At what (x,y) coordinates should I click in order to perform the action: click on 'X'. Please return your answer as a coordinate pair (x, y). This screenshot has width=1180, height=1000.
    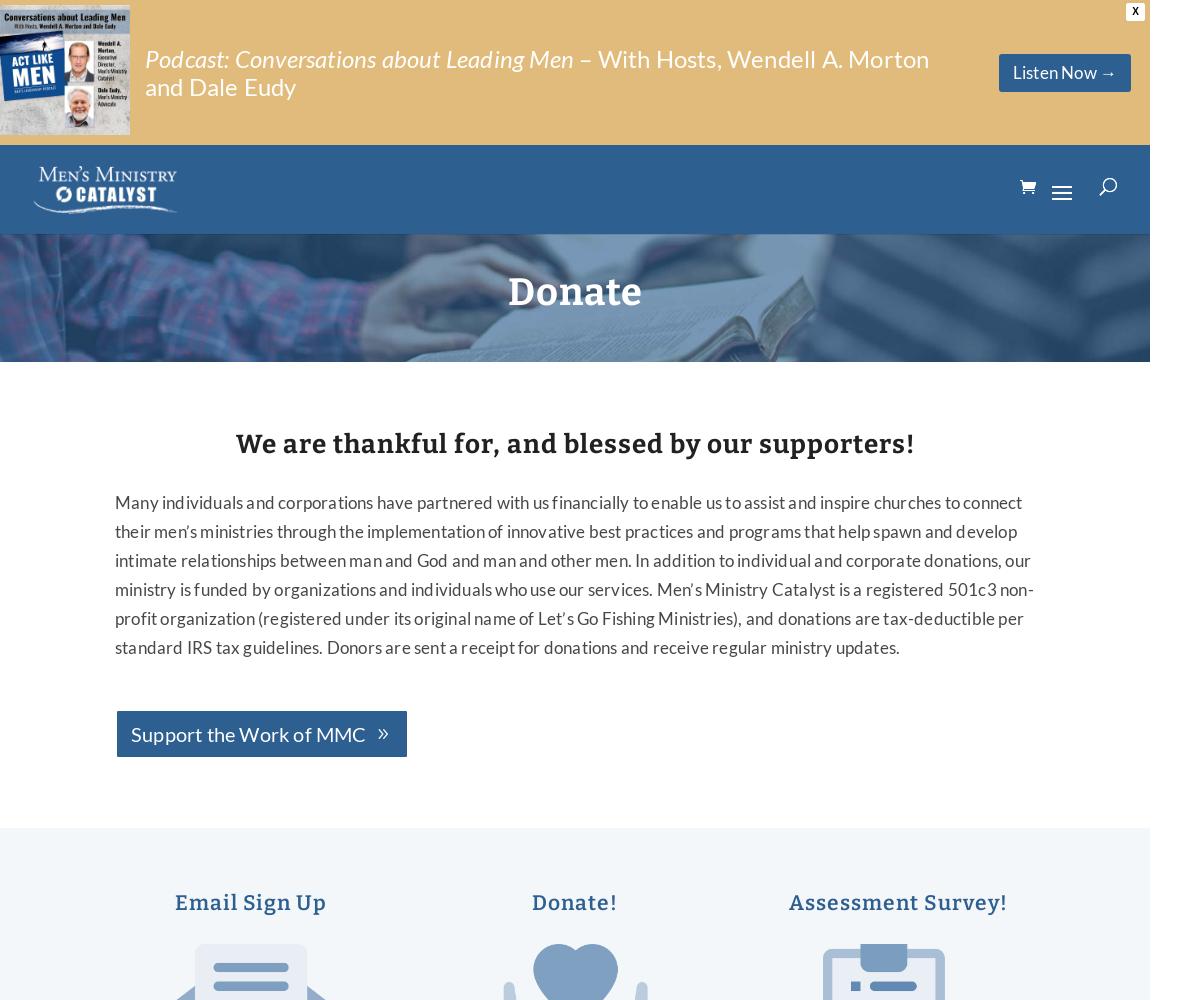
    Looking at the image, I should click on (1131, 11).